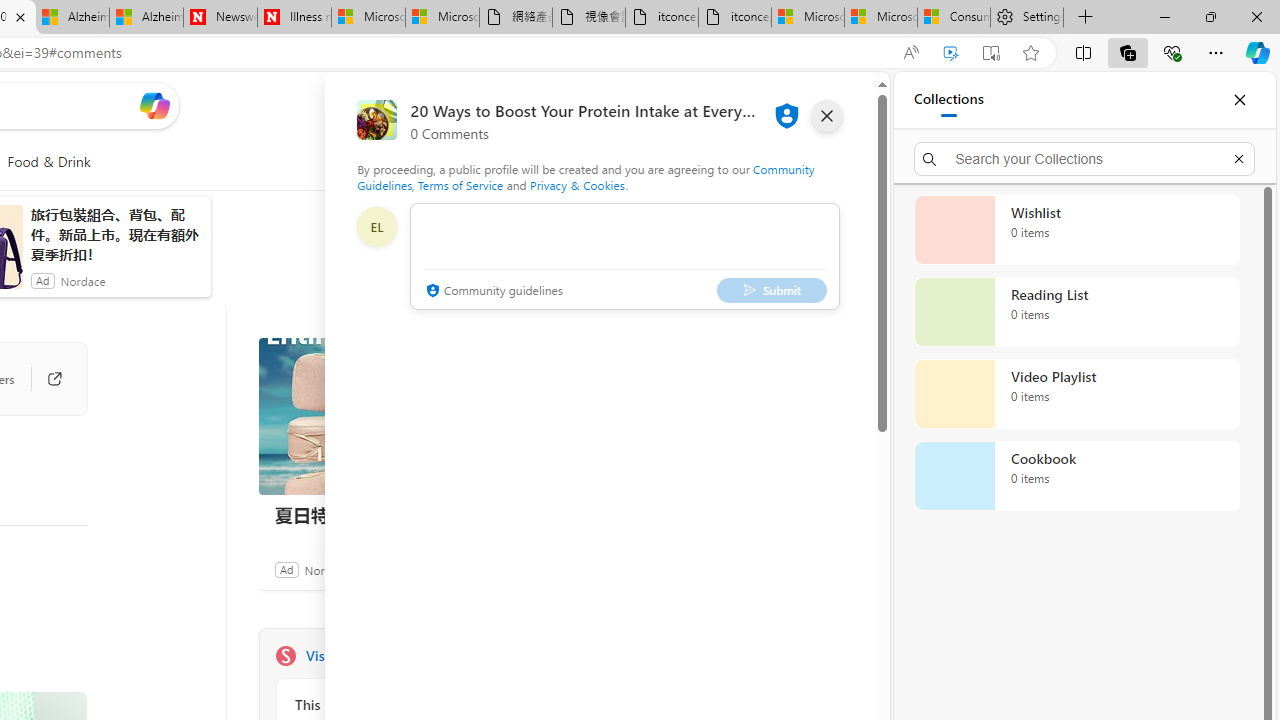 The image size is (1280, 720). What do you see at coordinates (1076, 312) in the screenshot?
I see `'Reading List collection, 0 items'` at bounding box center [1076, 312].